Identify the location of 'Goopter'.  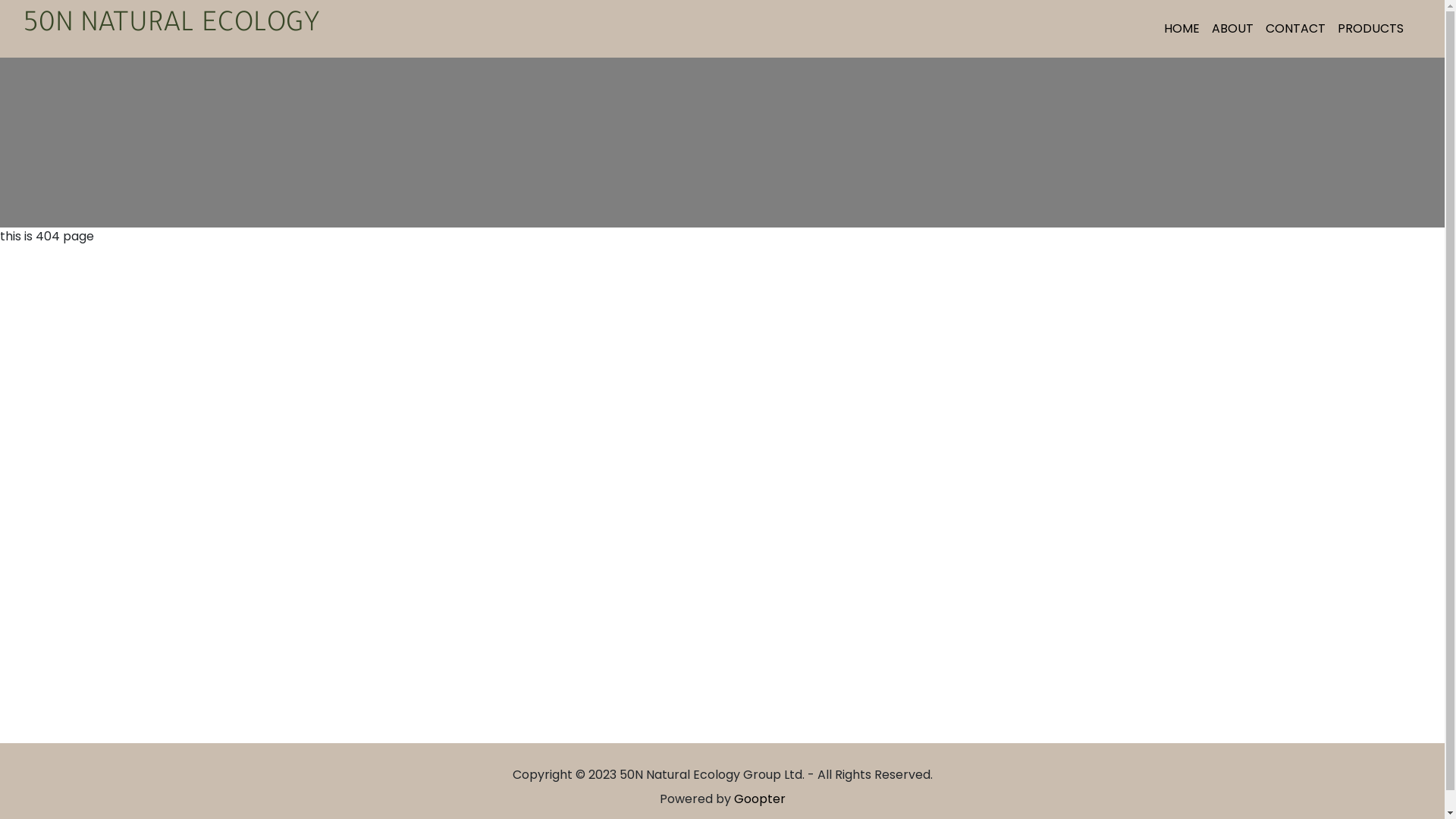
(760, 798).